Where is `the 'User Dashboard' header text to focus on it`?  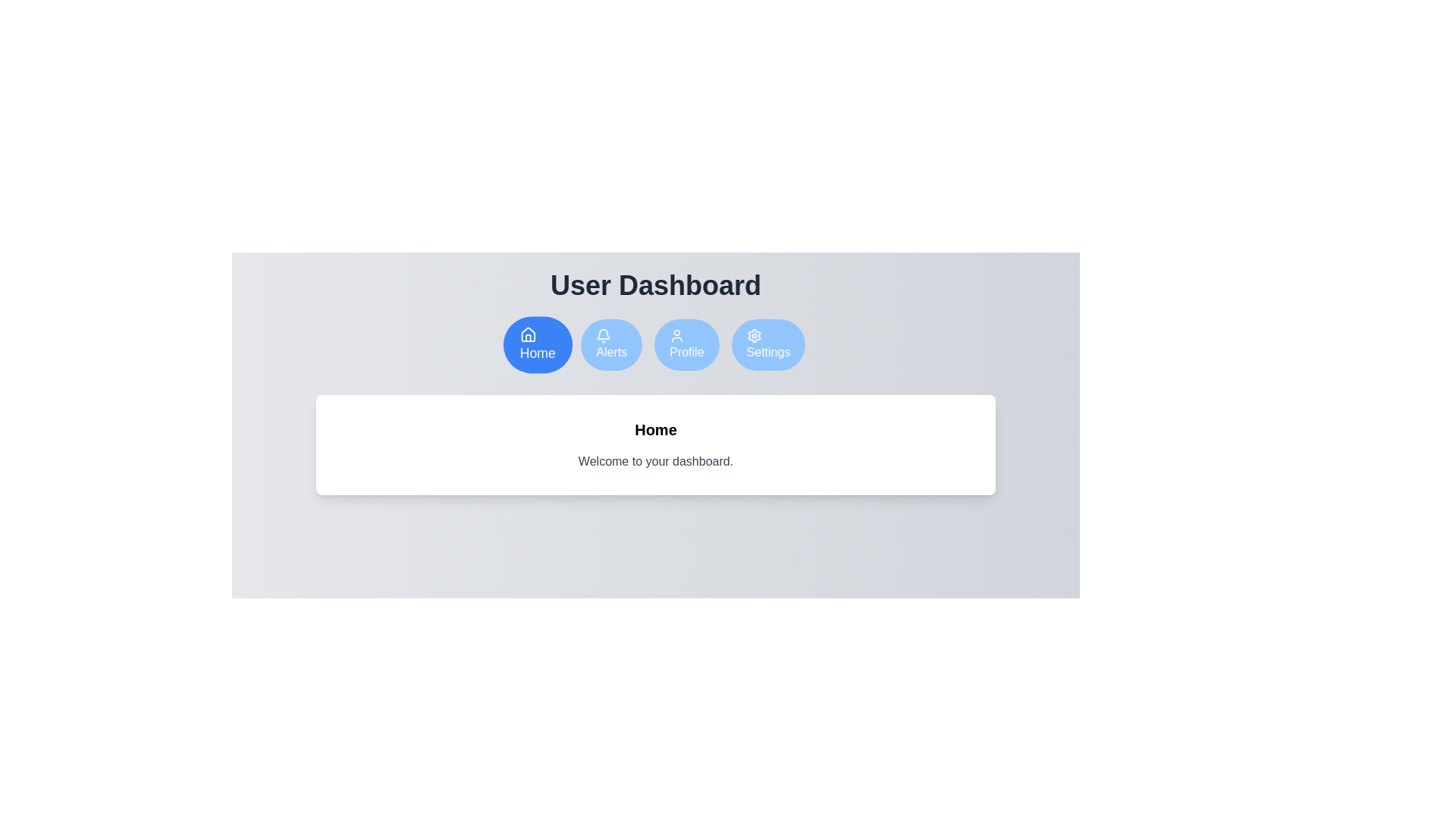
the 'User Dashboard' header text to focus on it is located at coordinates (655, 286).